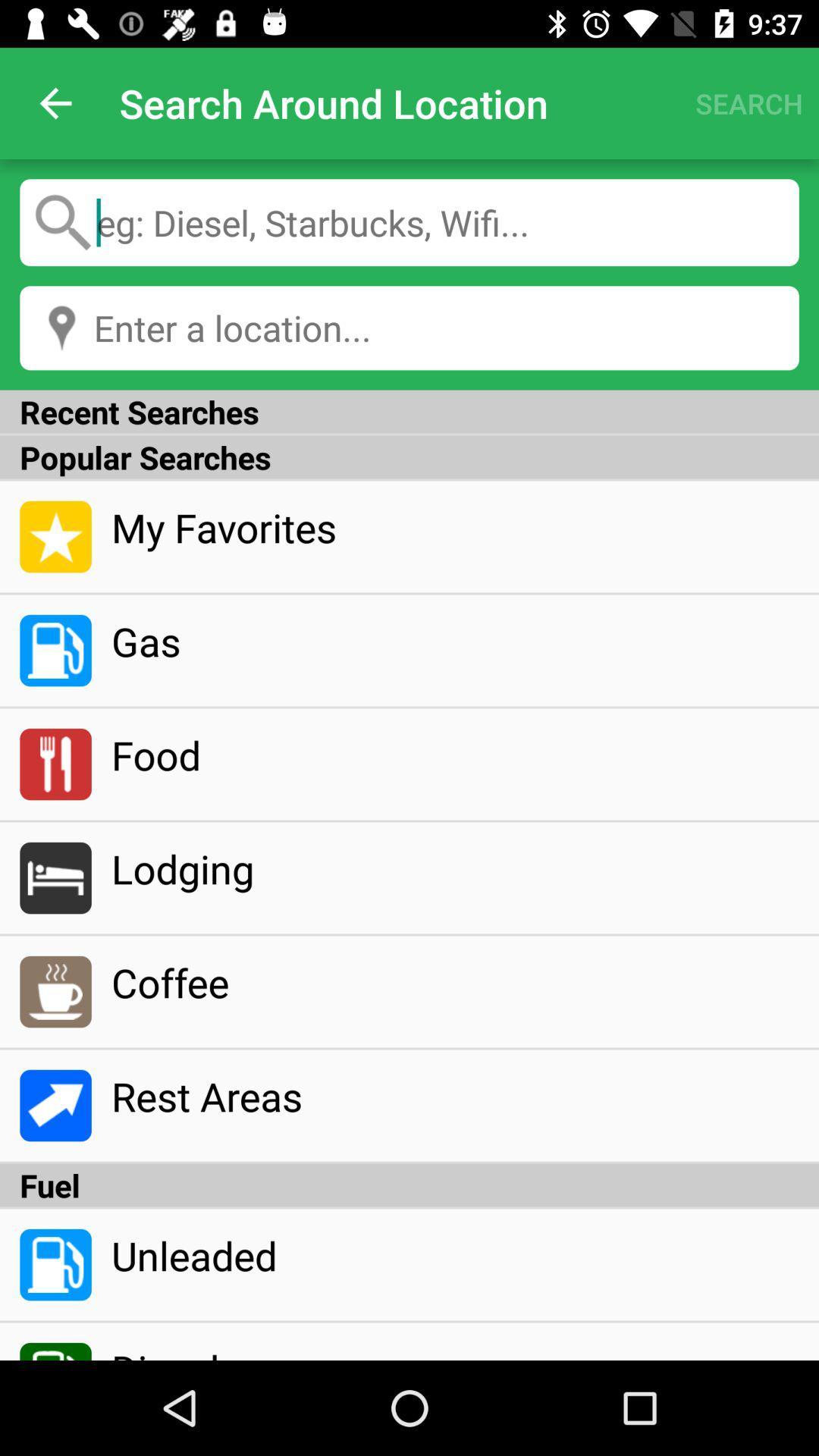  What do you see at coordinates (454, 1096) in the screenshot?
I see `item below coffee` at bounding box center [454, 1096].